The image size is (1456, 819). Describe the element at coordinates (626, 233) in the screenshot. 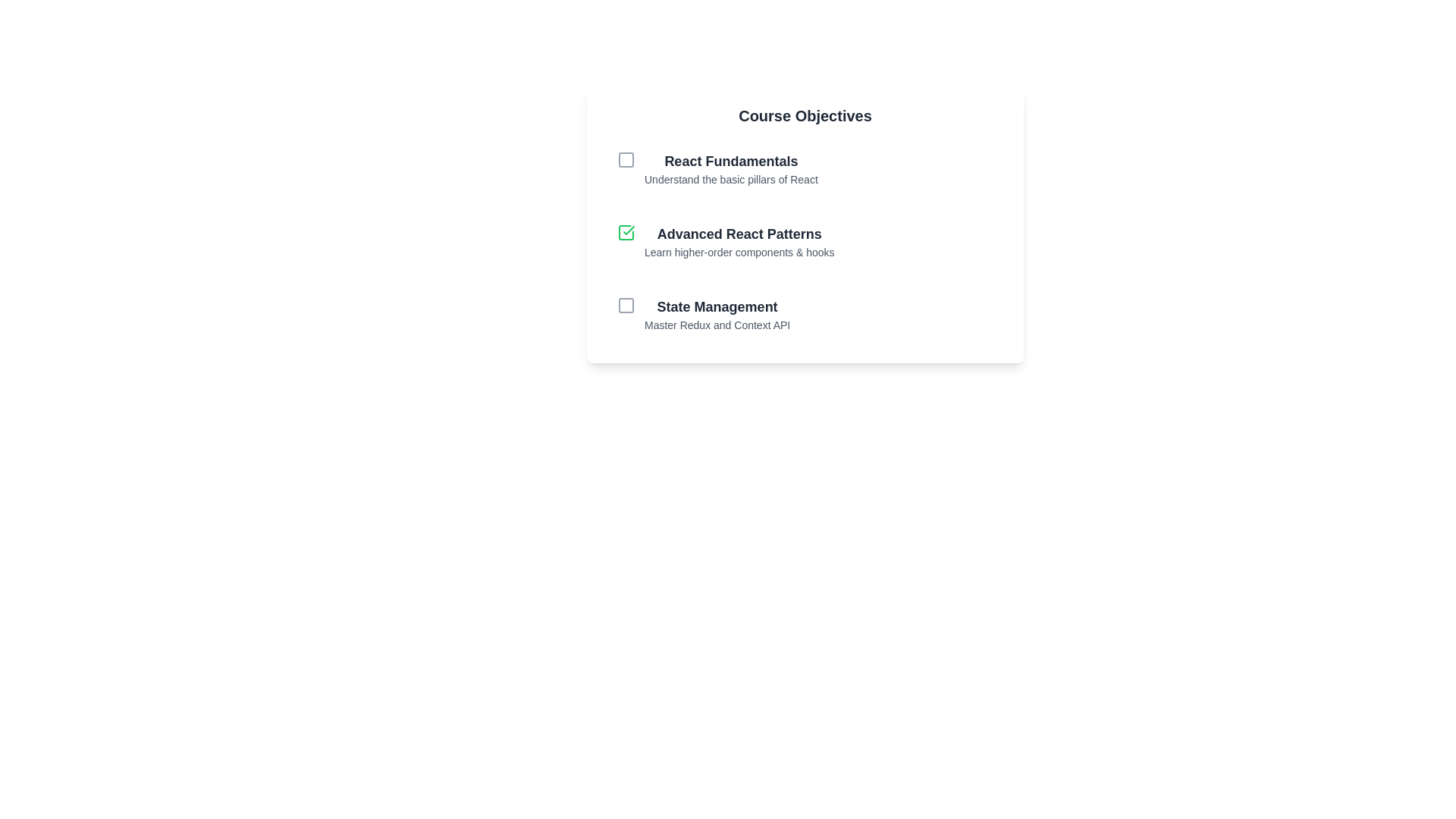

I see `the checkbox for the item labeled Advanced React Patterns` at that location.